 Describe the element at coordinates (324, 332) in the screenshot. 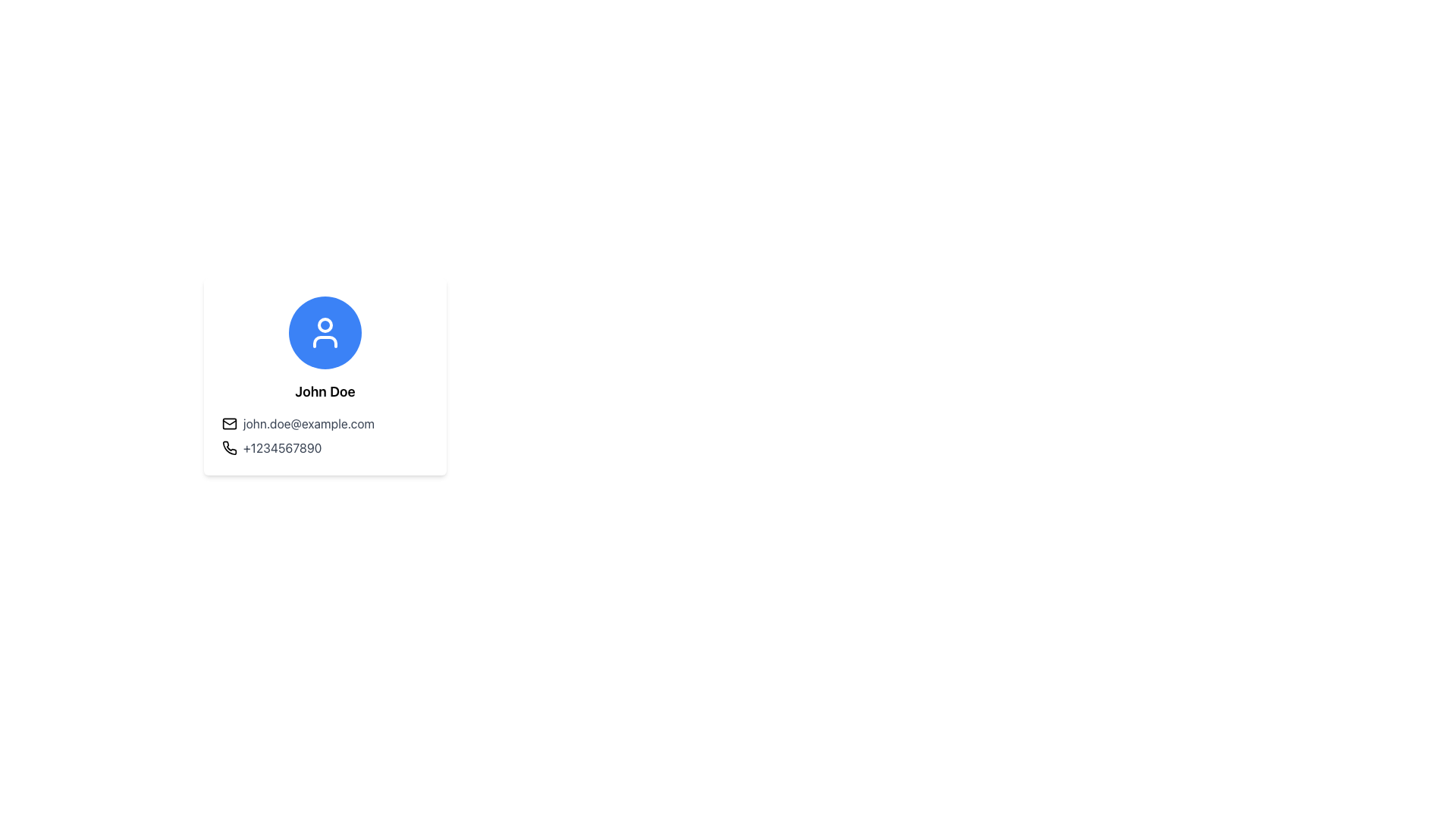

I see `the circular avatar icon with a blue background and white user profile symbol` at that location.